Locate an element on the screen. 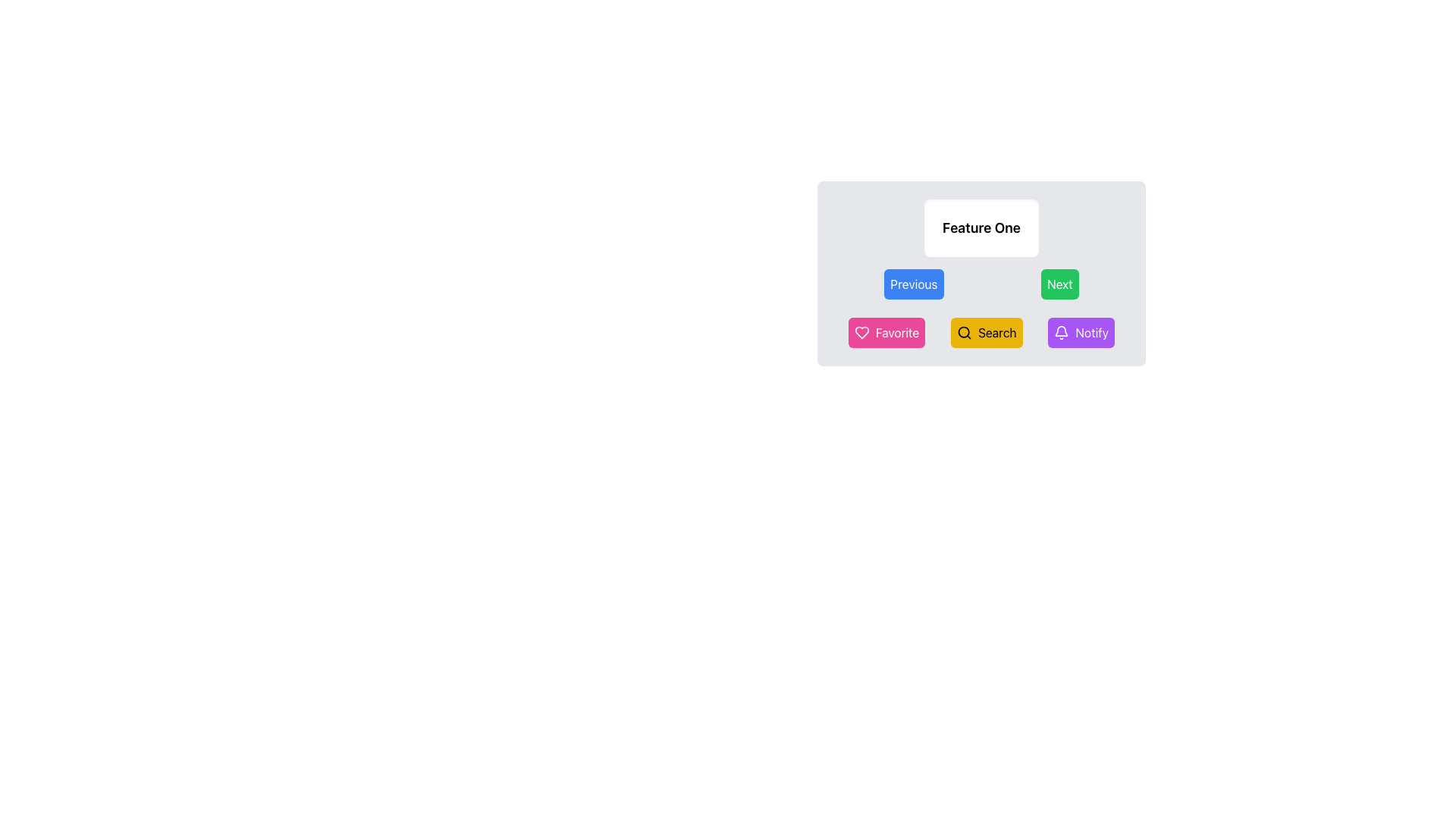 The height and width of the screenshot is (819, 1456). the yellow rectangular button labeled 'Search' with a magnifying glass icon, located in the middle of a row of buttons is located at coordinates (987, 332).